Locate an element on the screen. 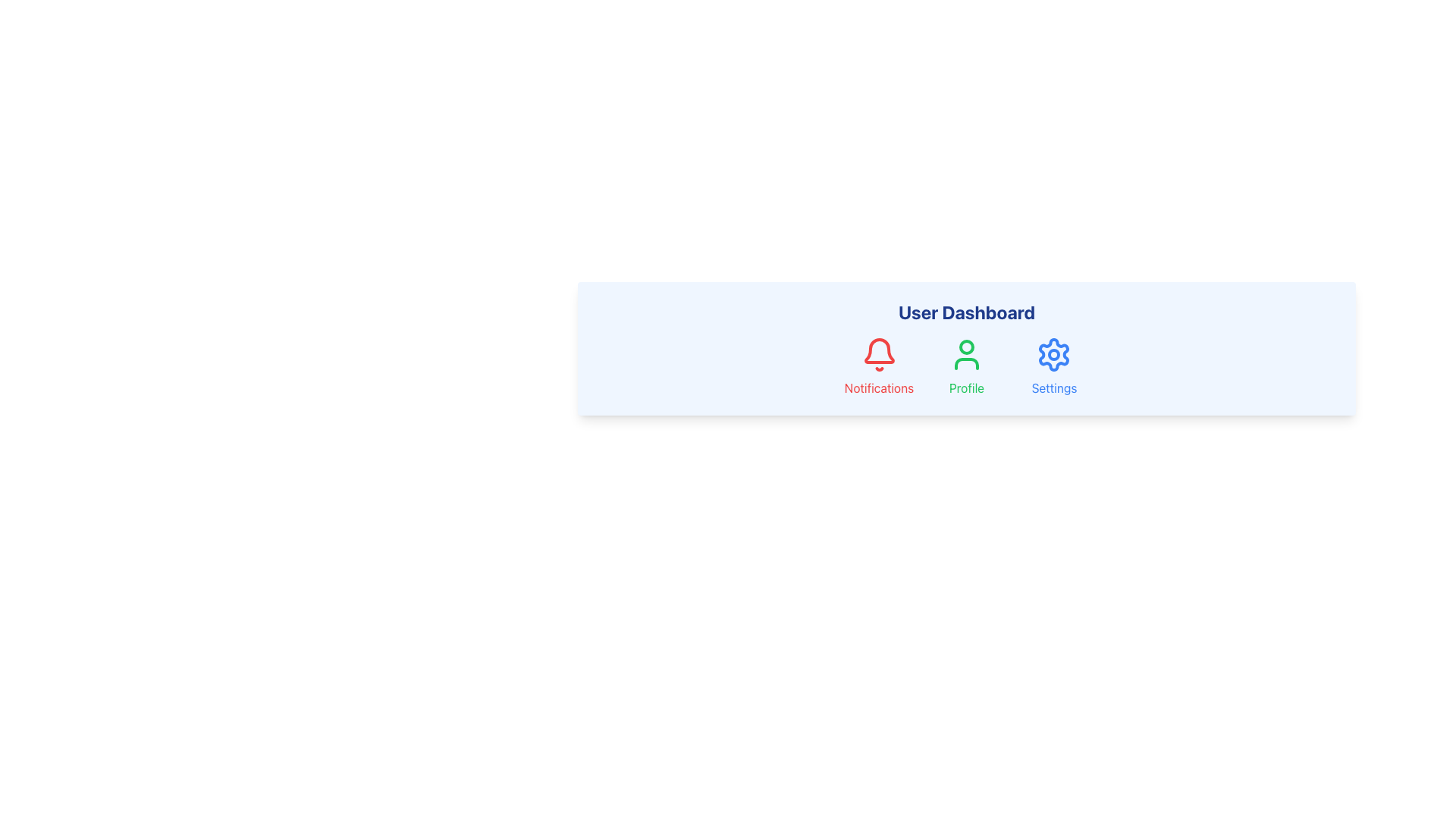 The image size is (1456, 819). the notification bell icon located in the 'Notifications' section, characterized by its red stroke and hollow interior is located at coordinates (879, 354).